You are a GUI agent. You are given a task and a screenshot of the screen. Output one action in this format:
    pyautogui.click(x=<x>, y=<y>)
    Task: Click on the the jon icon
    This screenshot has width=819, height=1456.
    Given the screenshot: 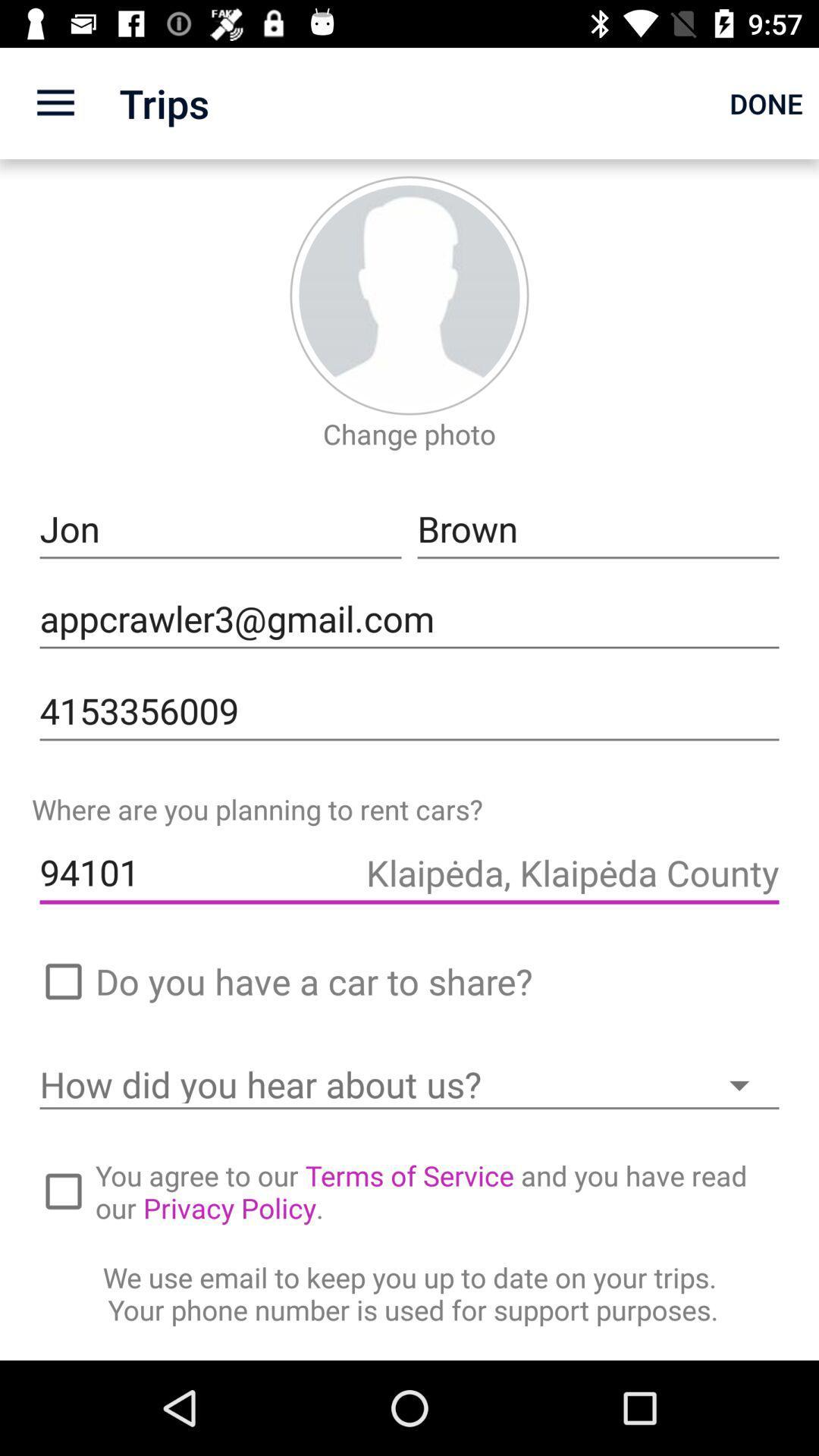 What is the action you would take?
    pyautogui.click(x=220, y=529)
    